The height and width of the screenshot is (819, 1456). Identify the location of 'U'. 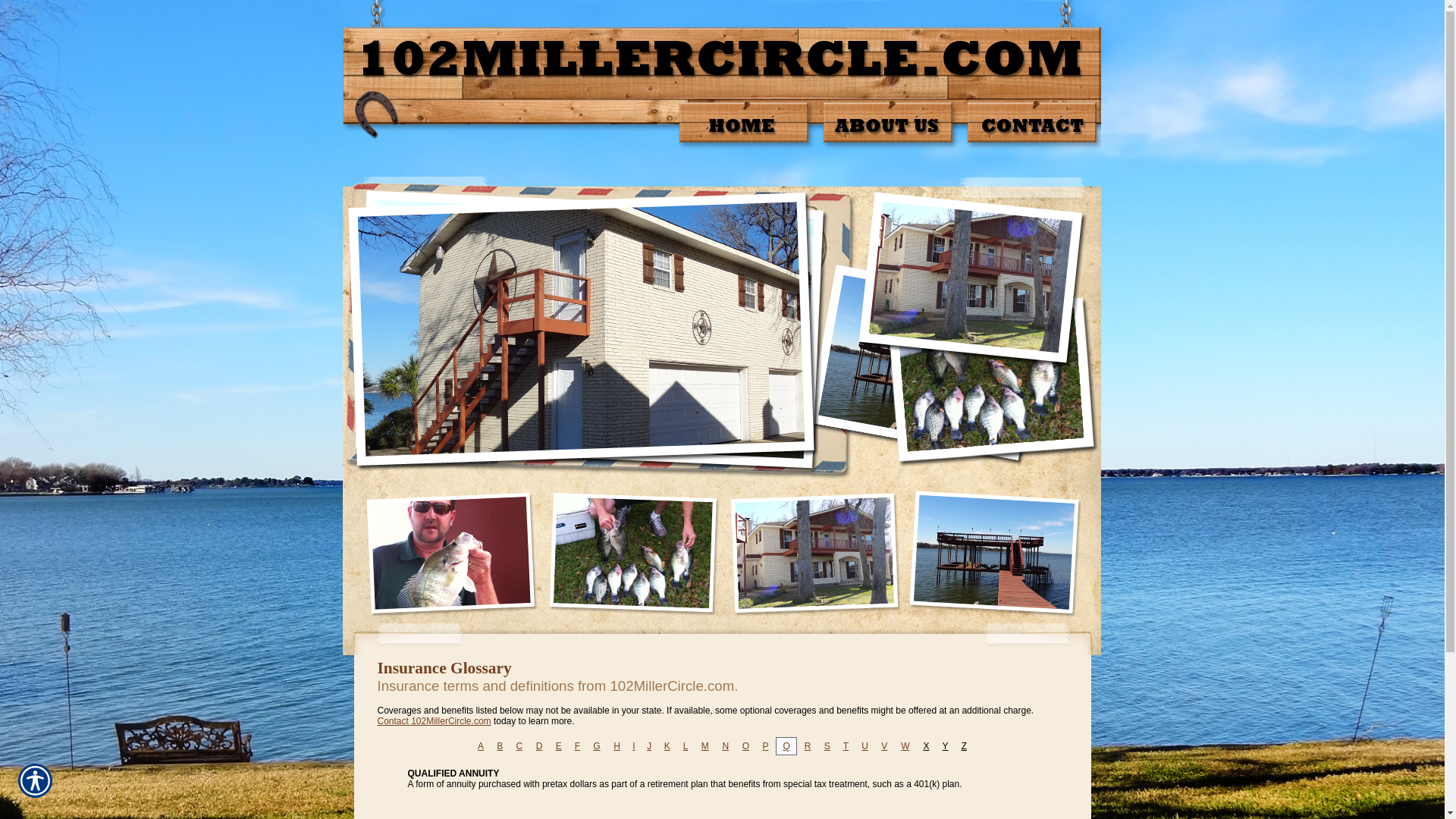
(864, 745).